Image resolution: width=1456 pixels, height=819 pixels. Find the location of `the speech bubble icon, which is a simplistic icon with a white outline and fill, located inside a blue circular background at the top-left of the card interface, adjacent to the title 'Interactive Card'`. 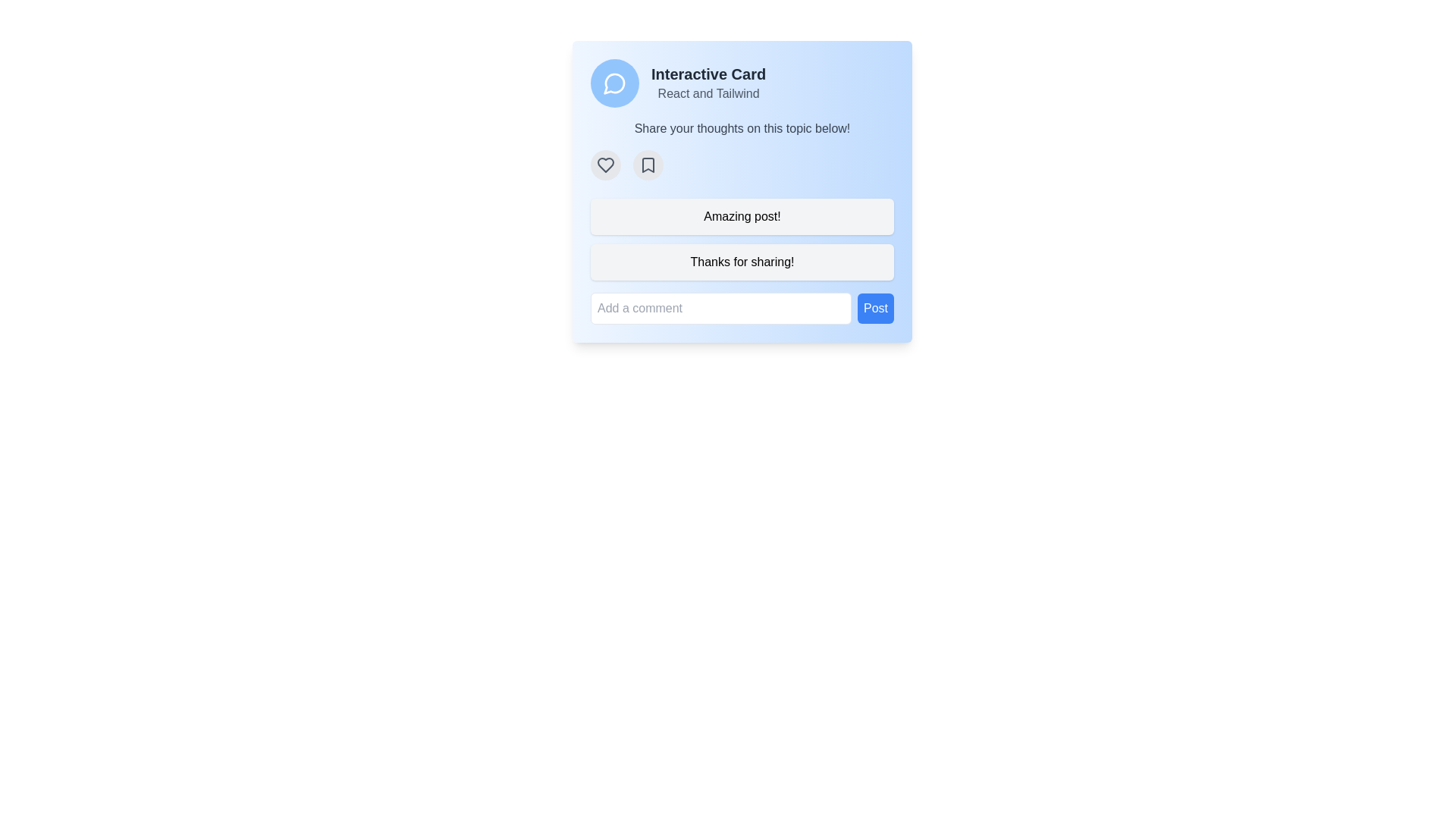

the speech bubble icon, which is a simplistic icon with a white outline and fill, located inside a blue circular background at the top-left of the card interface, adjacent to the title 'Interactive Card' is located at coordinates (615, 83).